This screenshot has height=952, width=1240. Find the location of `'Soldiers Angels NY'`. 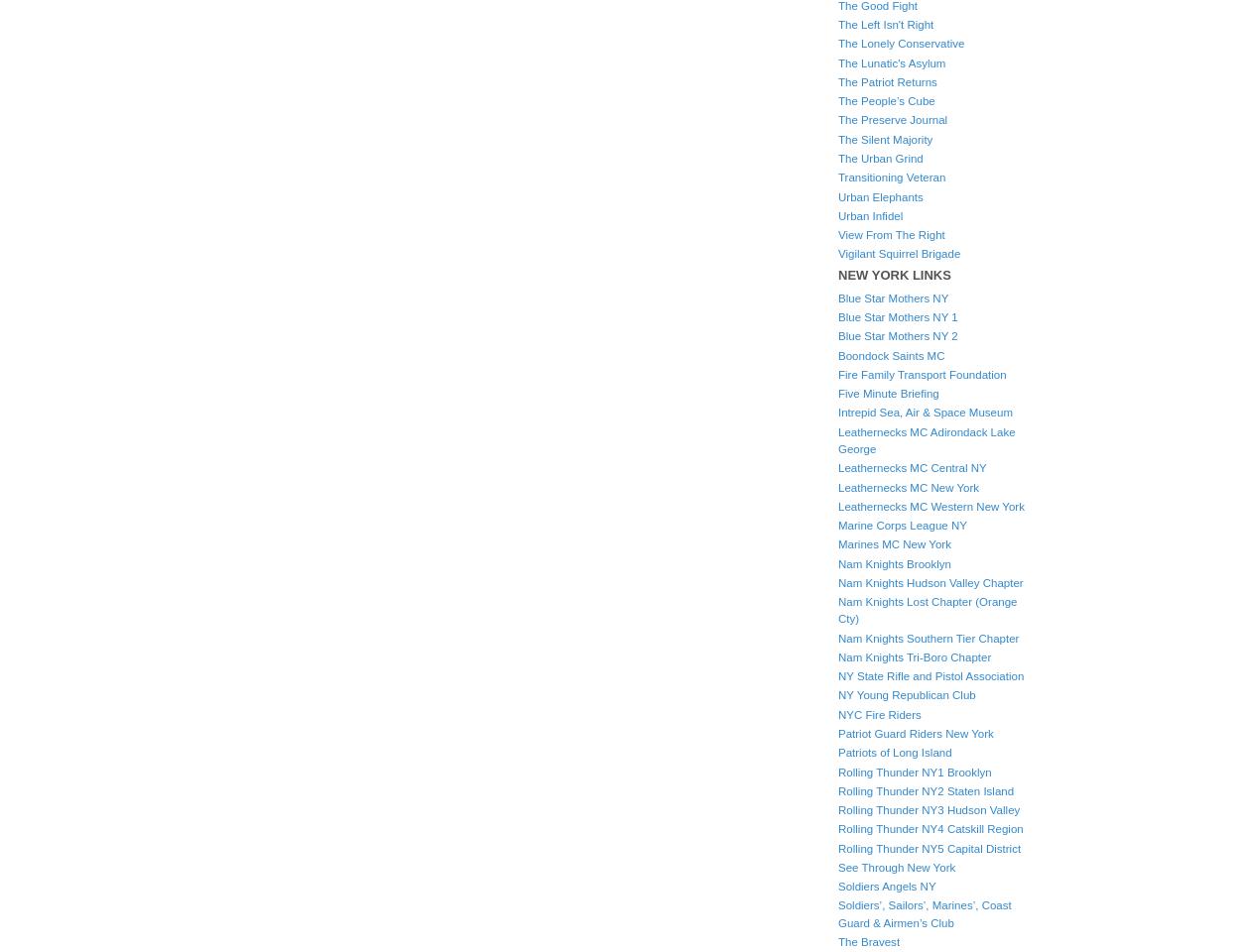

'Soldiers Angels NY' is located at coordinates (886, 886).